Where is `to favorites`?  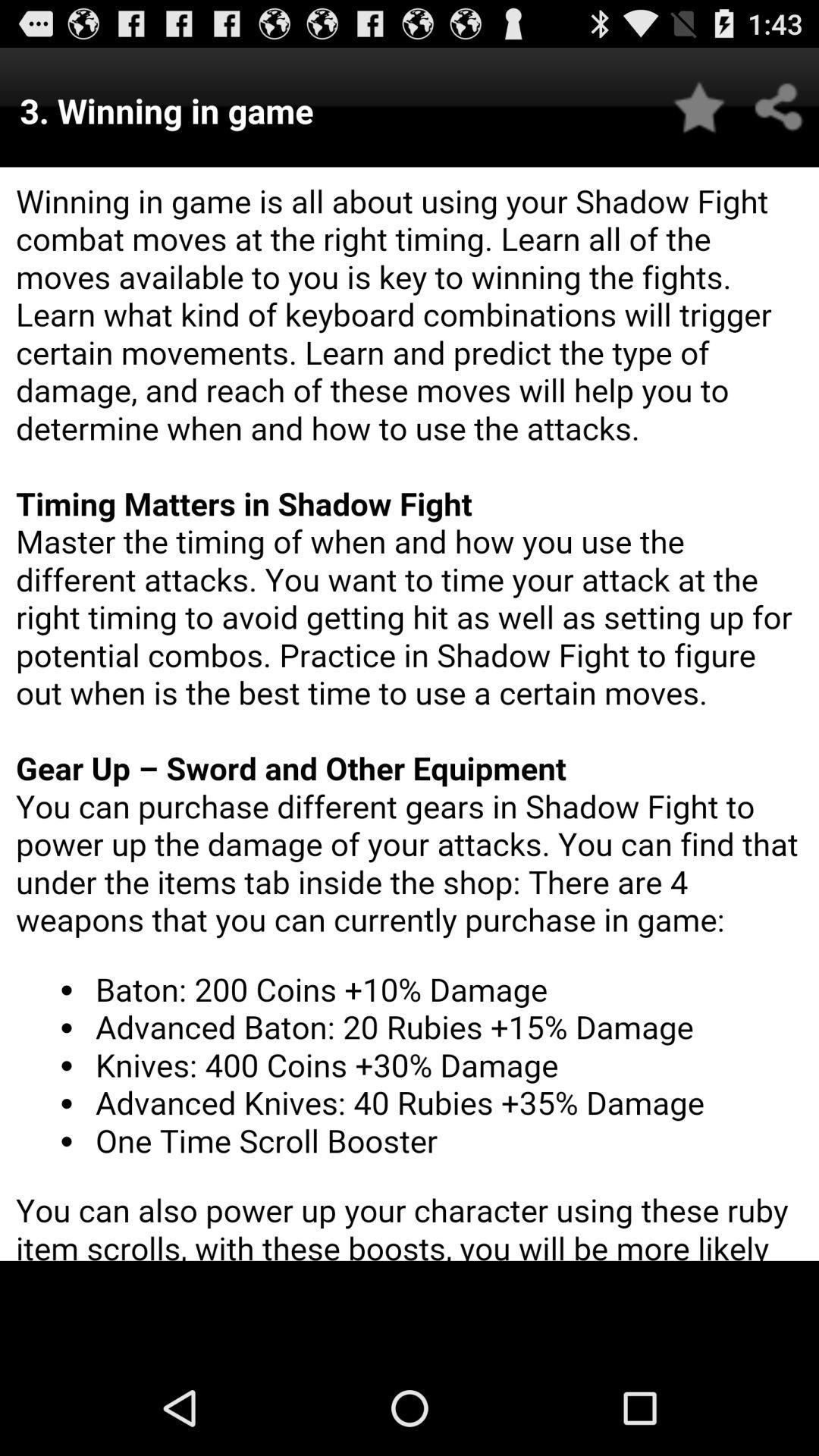 to favorites is located at coordinates (699, 106).